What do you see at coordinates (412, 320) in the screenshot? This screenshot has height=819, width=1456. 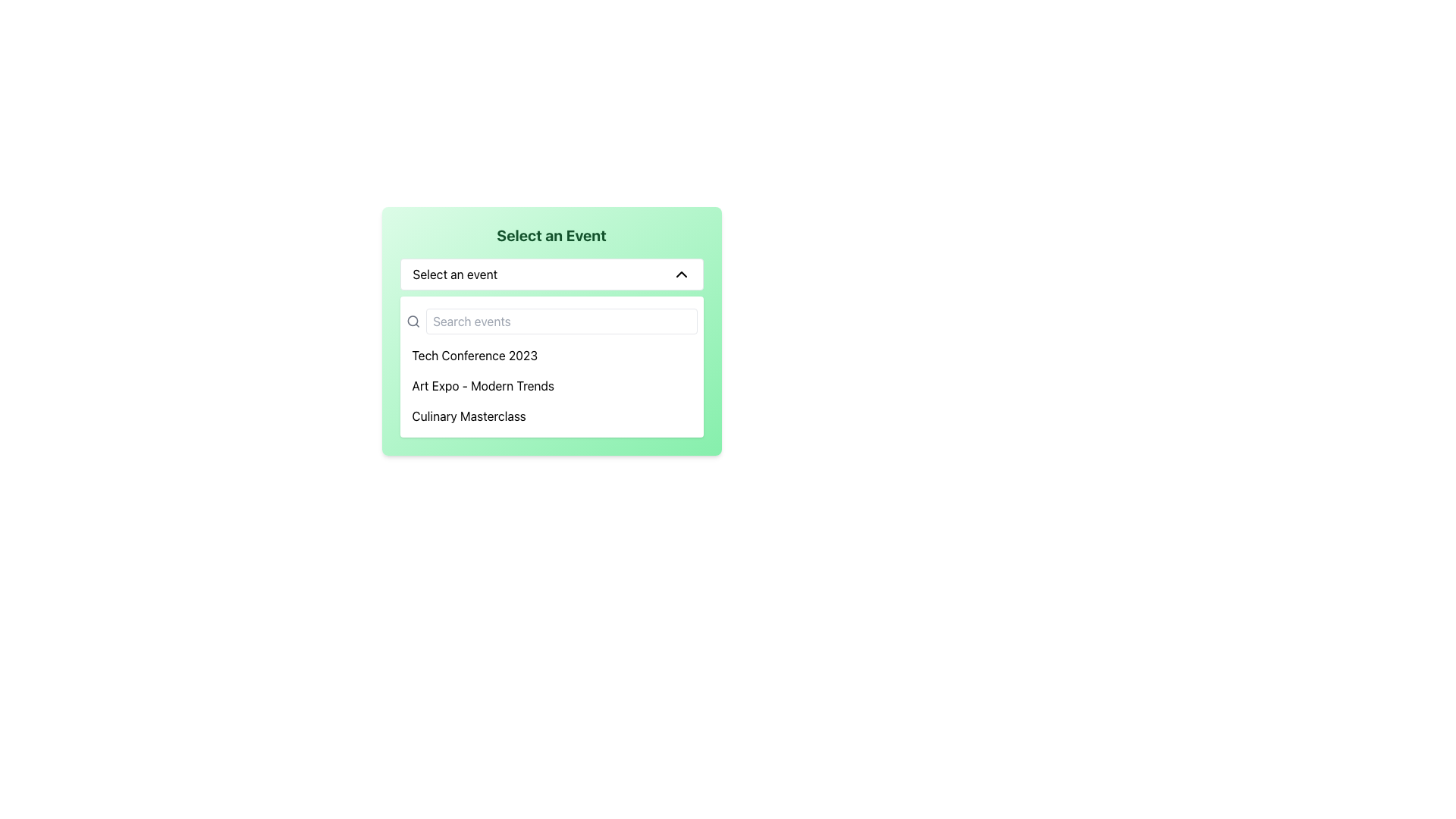 I see `the 8px-radius SVG Circle that represents the search icon within the dropdown menu for event selection` at bounding box center [412, 320].